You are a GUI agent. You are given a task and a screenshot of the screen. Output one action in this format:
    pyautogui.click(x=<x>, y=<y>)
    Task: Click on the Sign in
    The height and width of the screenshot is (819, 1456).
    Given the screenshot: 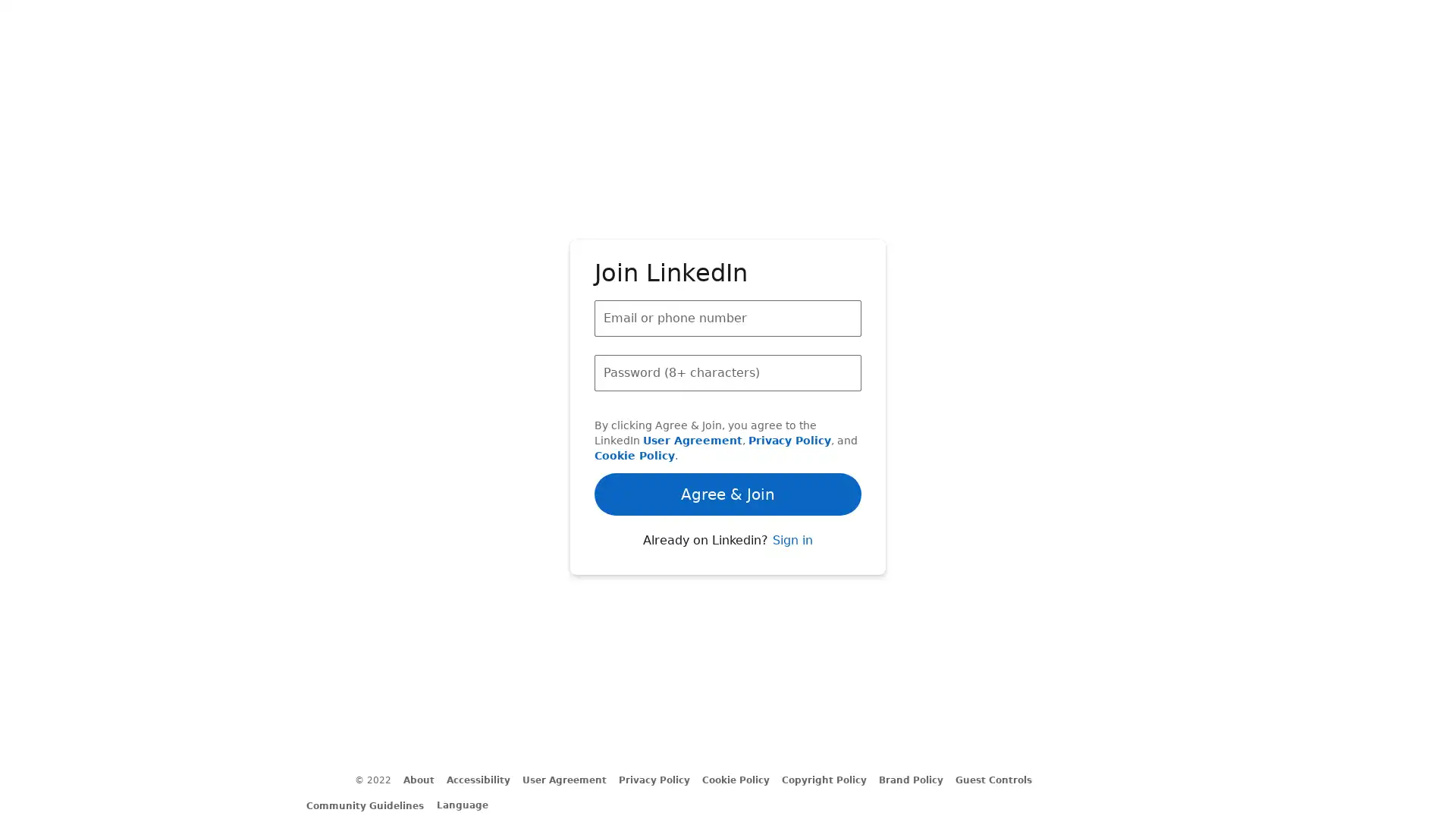 What is the action you would take?
    pyautogui.click(x=791, y=581)
    